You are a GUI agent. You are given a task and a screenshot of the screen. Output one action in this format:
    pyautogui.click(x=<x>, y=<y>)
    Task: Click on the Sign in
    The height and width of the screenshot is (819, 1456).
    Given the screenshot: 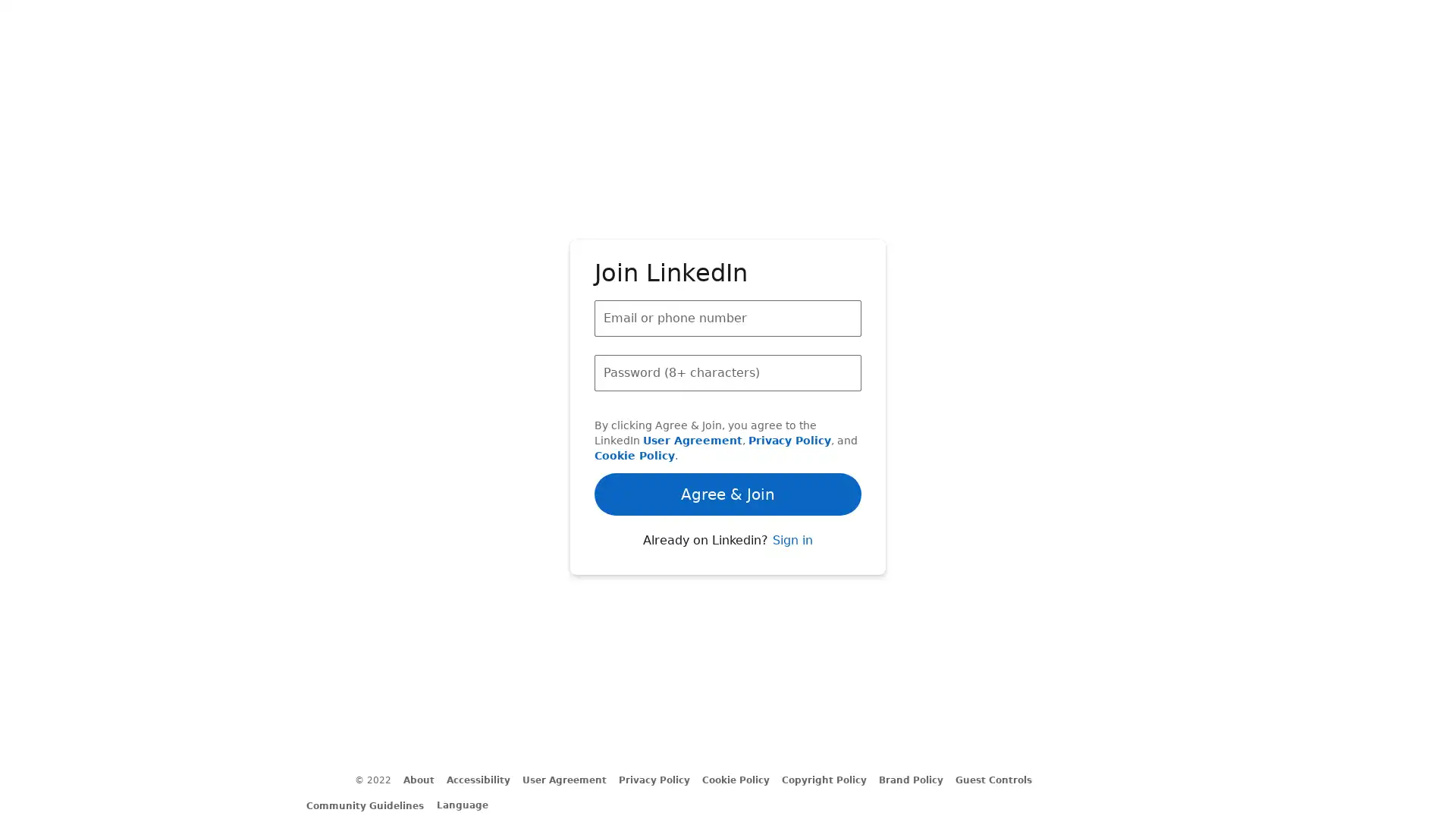 What is the action you would take?
    pyautogui.click(x=791, y=581)
    